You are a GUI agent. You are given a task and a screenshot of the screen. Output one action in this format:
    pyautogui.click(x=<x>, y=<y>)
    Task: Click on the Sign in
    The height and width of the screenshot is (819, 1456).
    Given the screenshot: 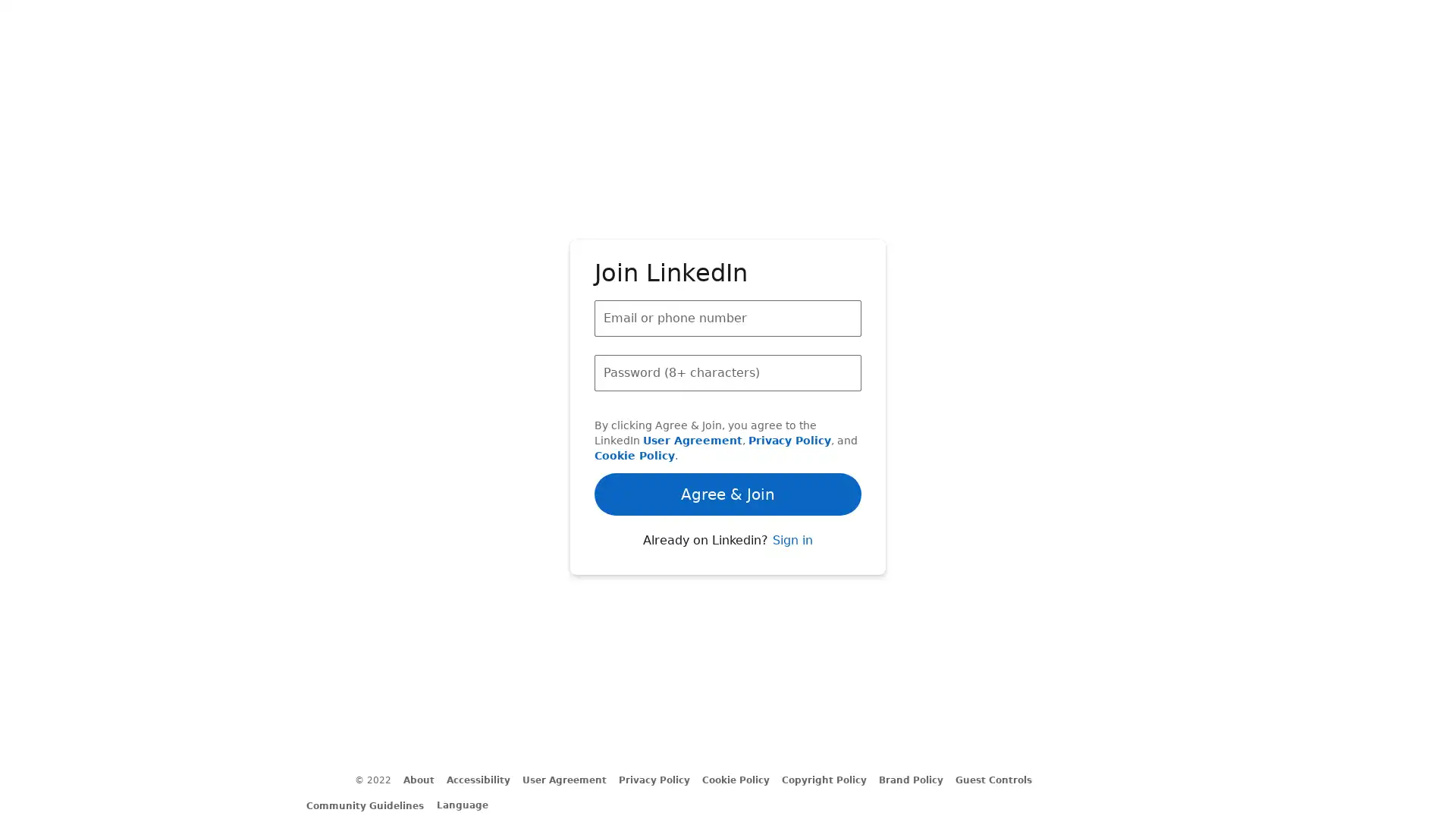 What is the action you would take?
    pyautogui.click(x=791, y=581)
    